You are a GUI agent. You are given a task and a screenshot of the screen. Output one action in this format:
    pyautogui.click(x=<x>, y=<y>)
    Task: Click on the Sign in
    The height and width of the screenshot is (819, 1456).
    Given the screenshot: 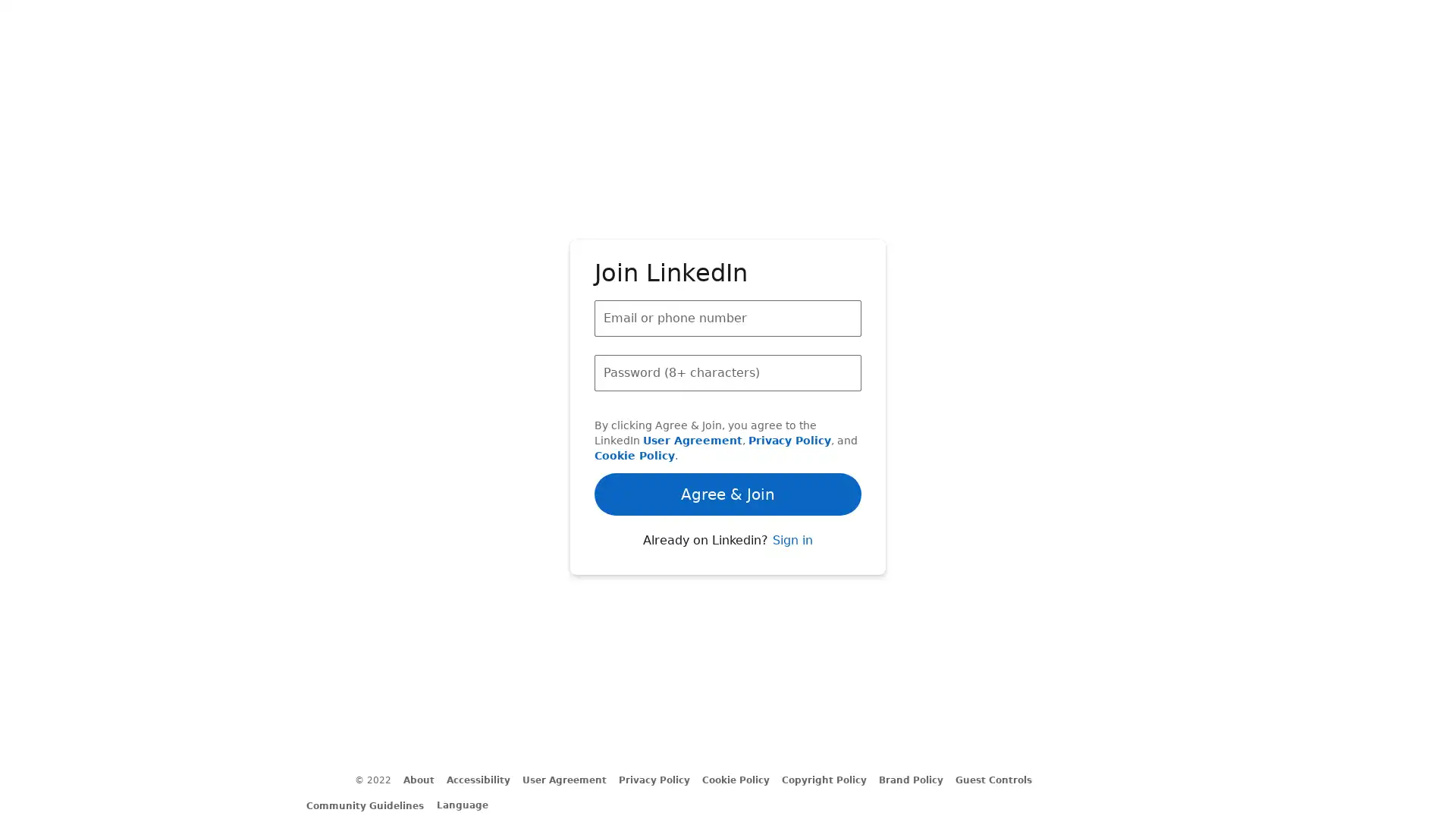 What is the action you would take?
    pyautogui.click(x=791, y=581)
    